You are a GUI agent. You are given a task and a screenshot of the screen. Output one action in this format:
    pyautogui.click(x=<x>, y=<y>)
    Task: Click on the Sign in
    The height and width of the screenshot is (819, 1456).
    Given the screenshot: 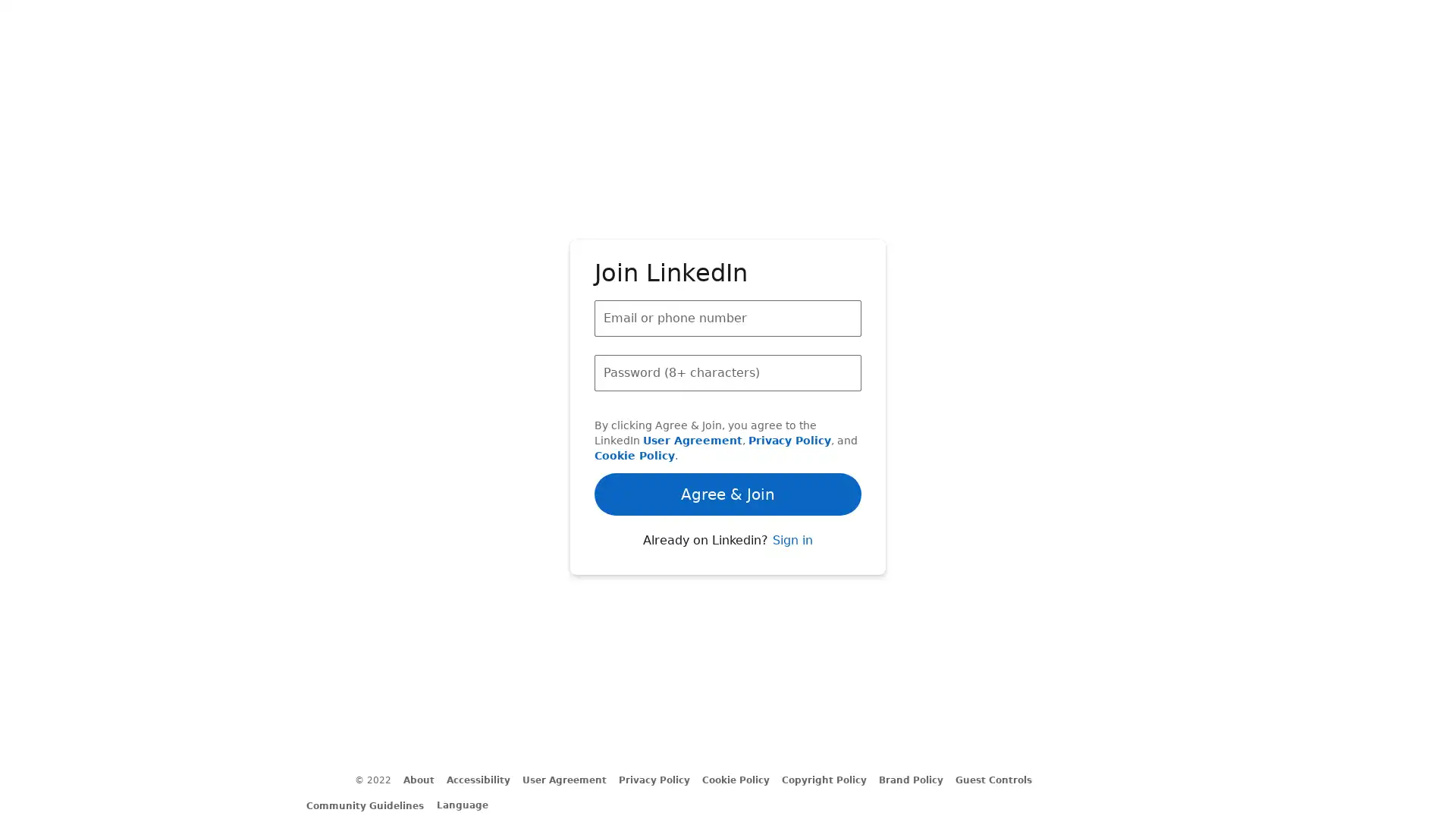 What is the action you would take?
    pyautogui.click(x=791, y=581)
    